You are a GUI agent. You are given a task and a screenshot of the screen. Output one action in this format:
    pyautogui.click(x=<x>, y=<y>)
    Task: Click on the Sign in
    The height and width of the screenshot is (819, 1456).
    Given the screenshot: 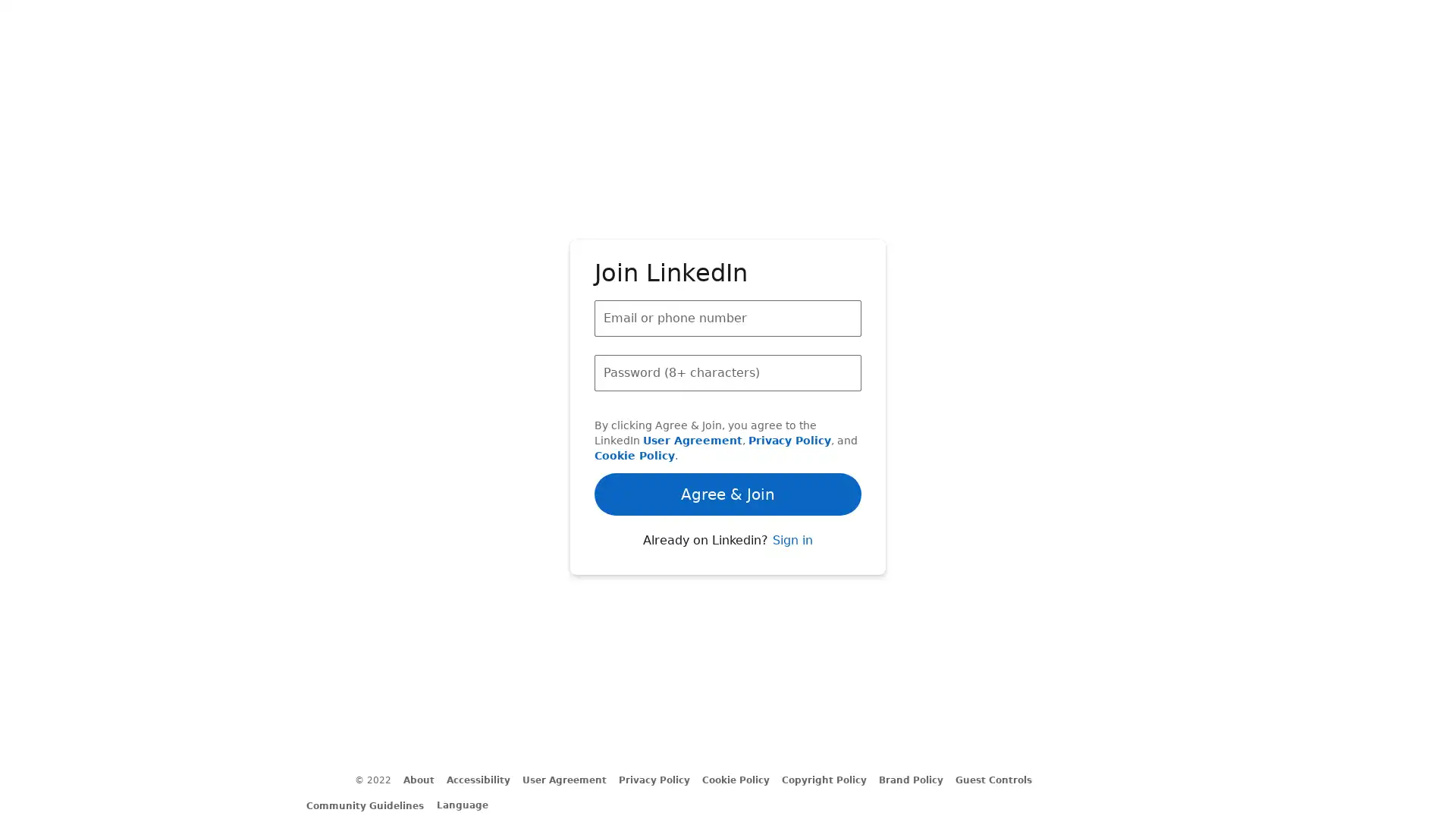 What is the action you would take?
    pyautogui.click(x=791, y=581)
    